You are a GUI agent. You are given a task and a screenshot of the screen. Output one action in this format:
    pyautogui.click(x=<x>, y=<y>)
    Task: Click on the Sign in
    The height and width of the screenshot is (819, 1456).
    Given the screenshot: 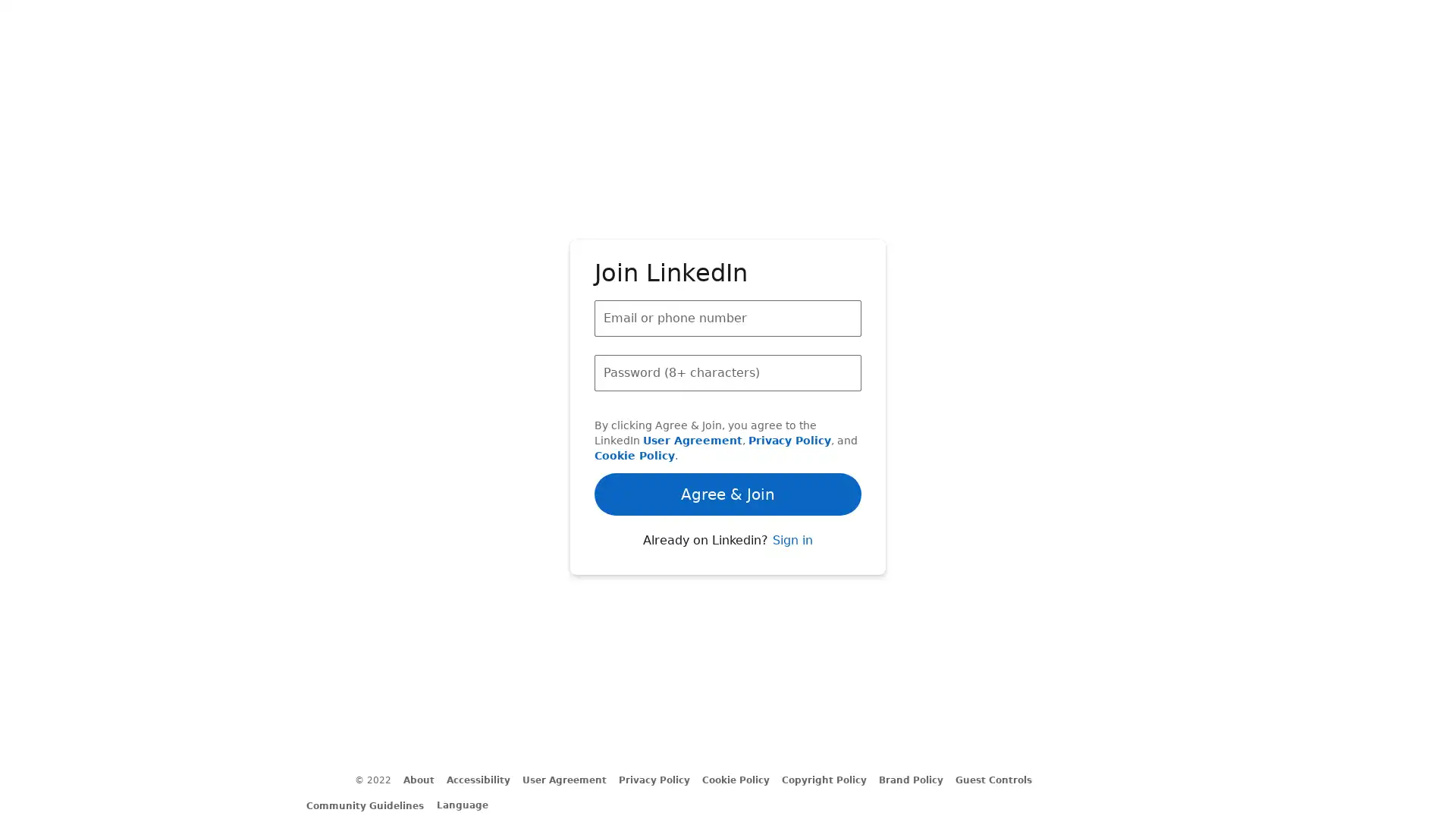 What is the action you would take?
    pyautogui.click(x=791, y=581)
    